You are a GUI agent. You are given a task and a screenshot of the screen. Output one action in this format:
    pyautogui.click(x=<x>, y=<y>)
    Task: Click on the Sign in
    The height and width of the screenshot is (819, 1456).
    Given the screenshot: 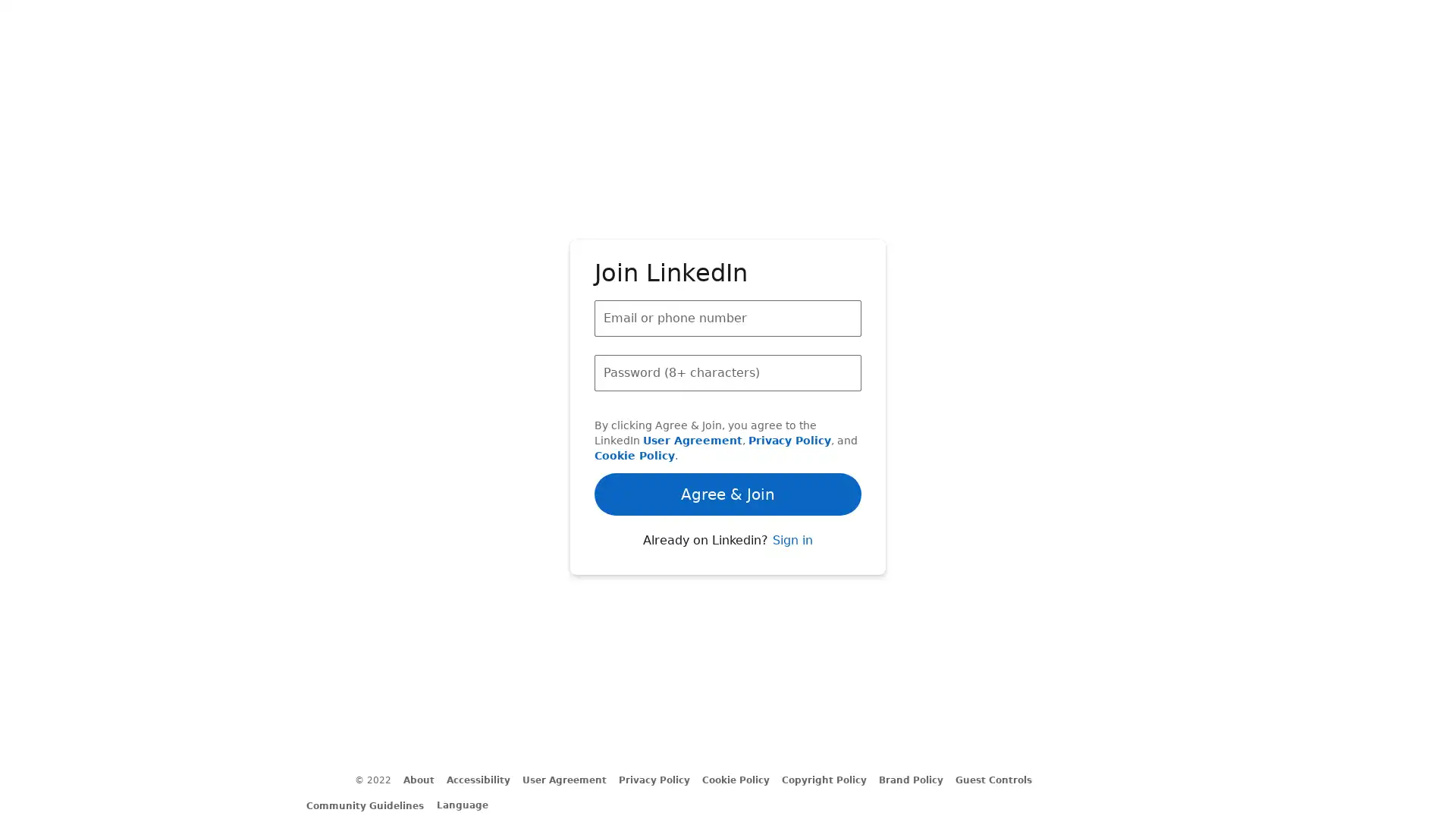 What is the action you would take?
    pyautogui.click(x=791, y=581)
    